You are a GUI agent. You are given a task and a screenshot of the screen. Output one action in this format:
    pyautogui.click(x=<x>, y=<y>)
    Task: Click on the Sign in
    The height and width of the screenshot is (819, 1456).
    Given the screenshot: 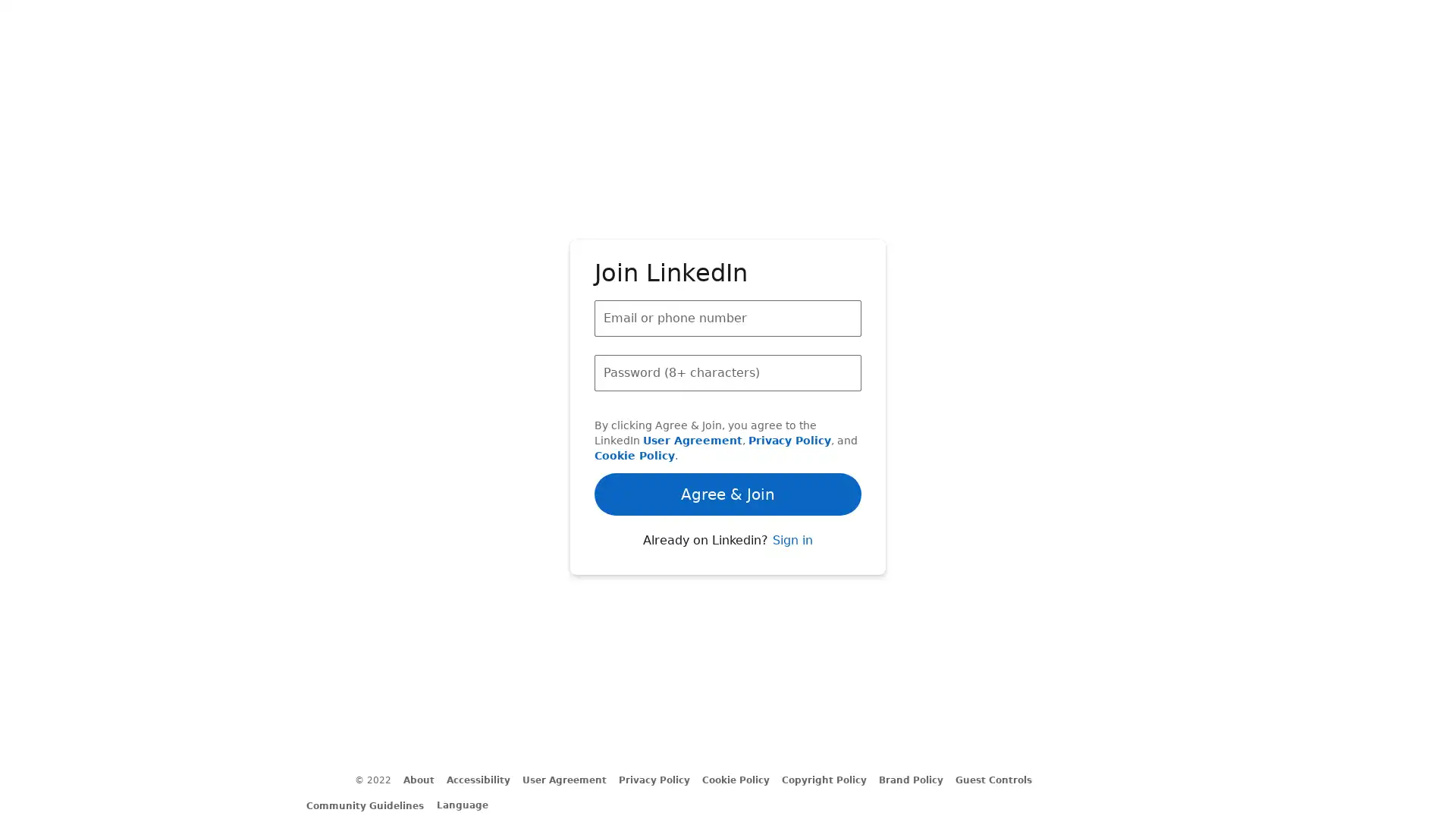 What is the action you would take?
    pyautogui.click(x=791, y=581)
    